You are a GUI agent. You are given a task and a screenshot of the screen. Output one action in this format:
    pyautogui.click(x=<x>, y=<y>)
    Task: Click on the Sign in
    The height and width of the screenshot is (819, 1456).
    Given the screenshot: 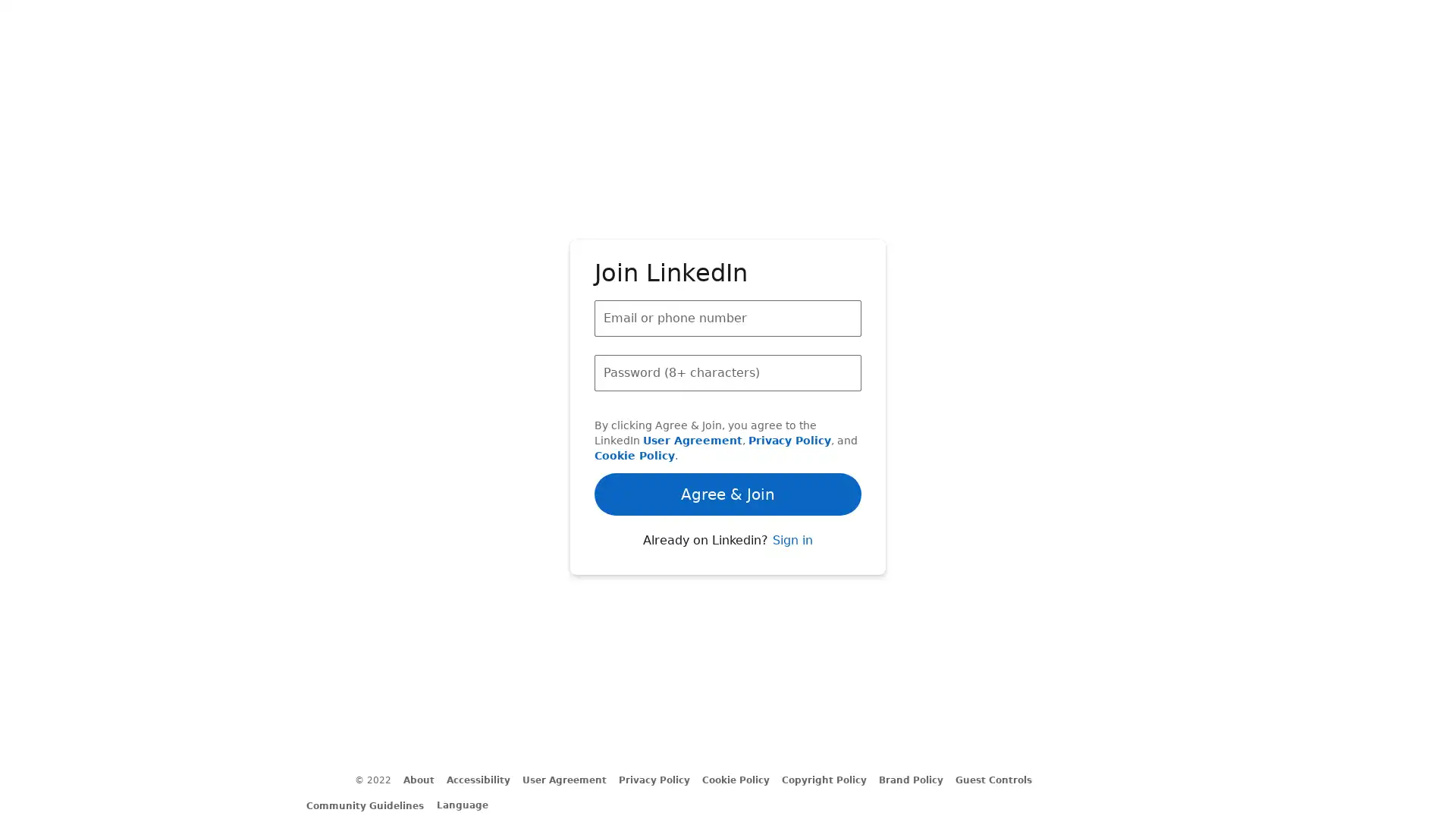 What is the action you would take?
    pyautogui.click(x=791, y=581)
    